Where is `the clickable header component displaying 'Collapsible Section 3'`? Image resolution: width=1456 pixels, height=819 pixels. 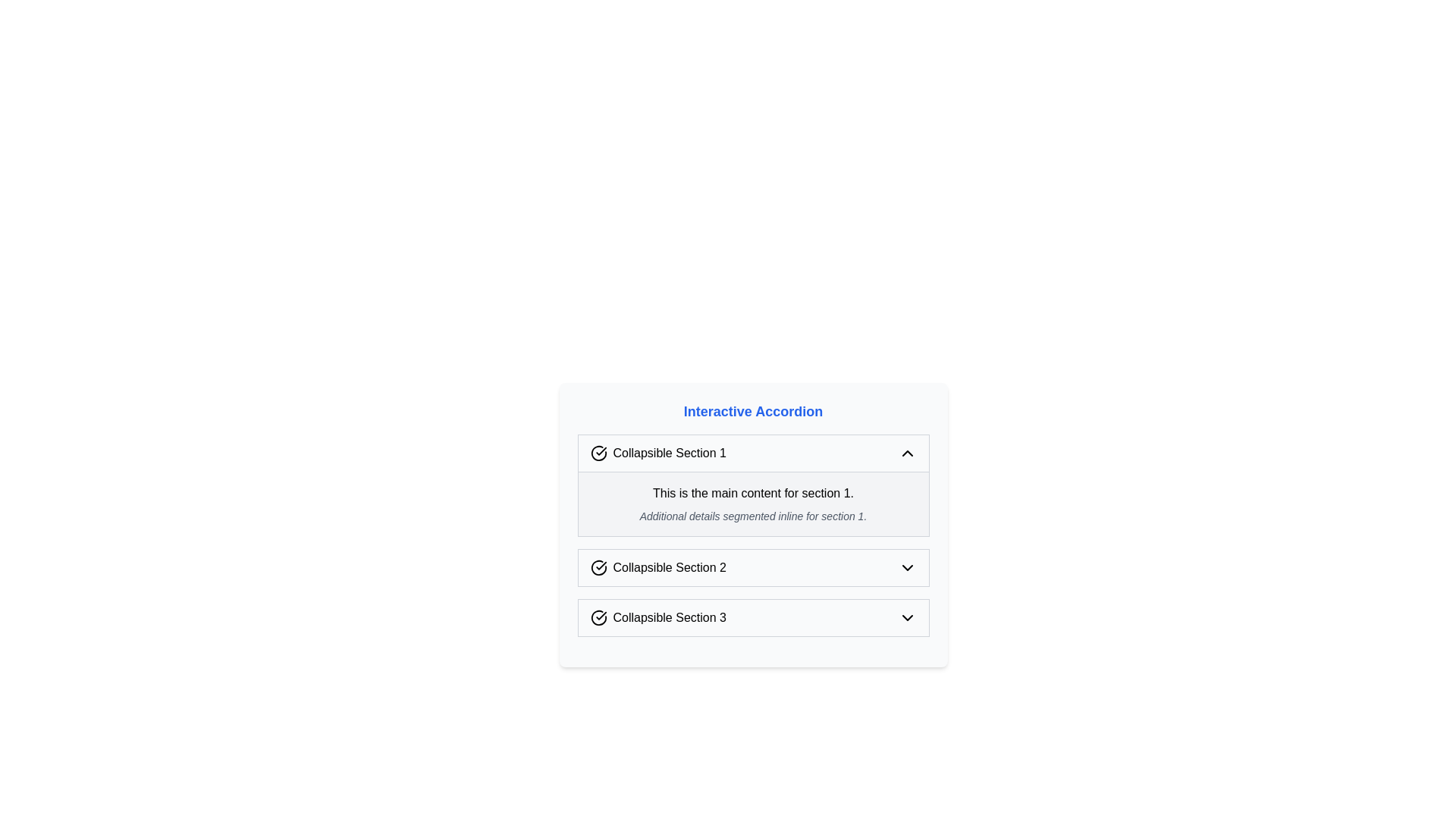 the clickable header component displaying 'Collapsible Section 3' is located at coordinates (658, 617).